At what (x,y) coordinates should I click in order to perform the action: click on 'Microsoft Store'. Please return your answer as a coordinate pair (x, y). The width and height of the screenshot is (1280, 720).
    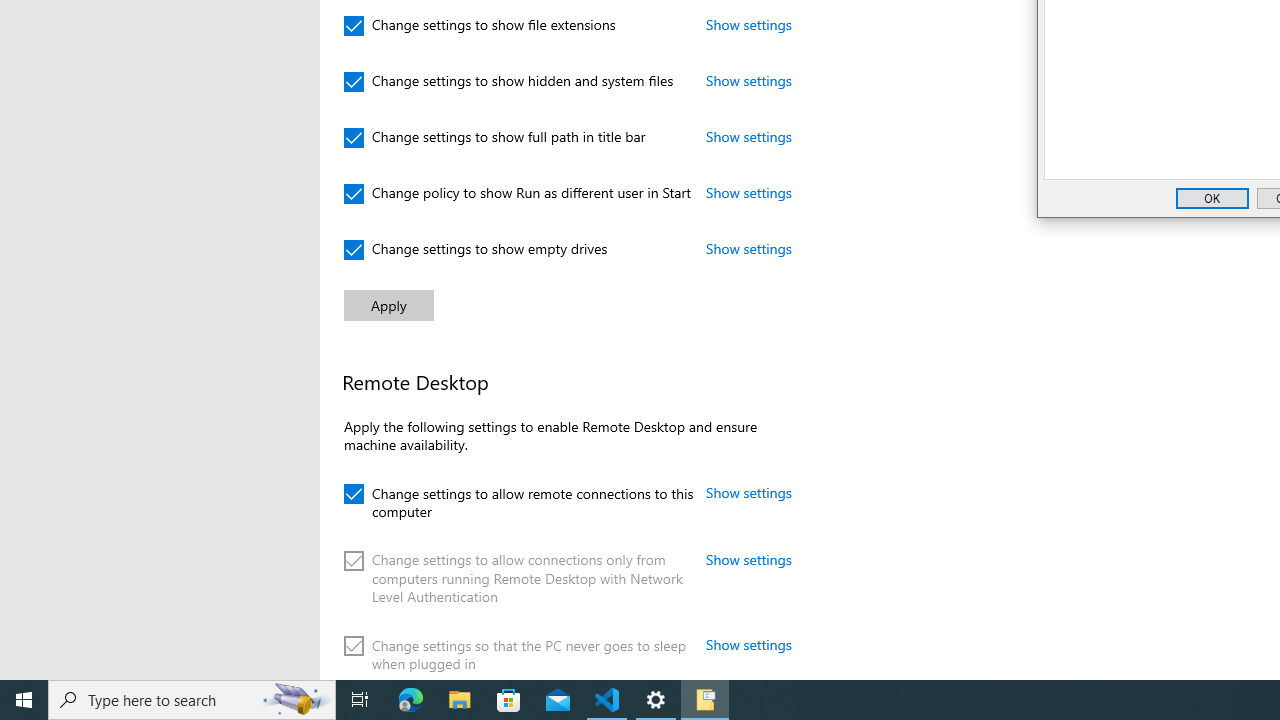
    Looking at the image, I should click on (509, 698).